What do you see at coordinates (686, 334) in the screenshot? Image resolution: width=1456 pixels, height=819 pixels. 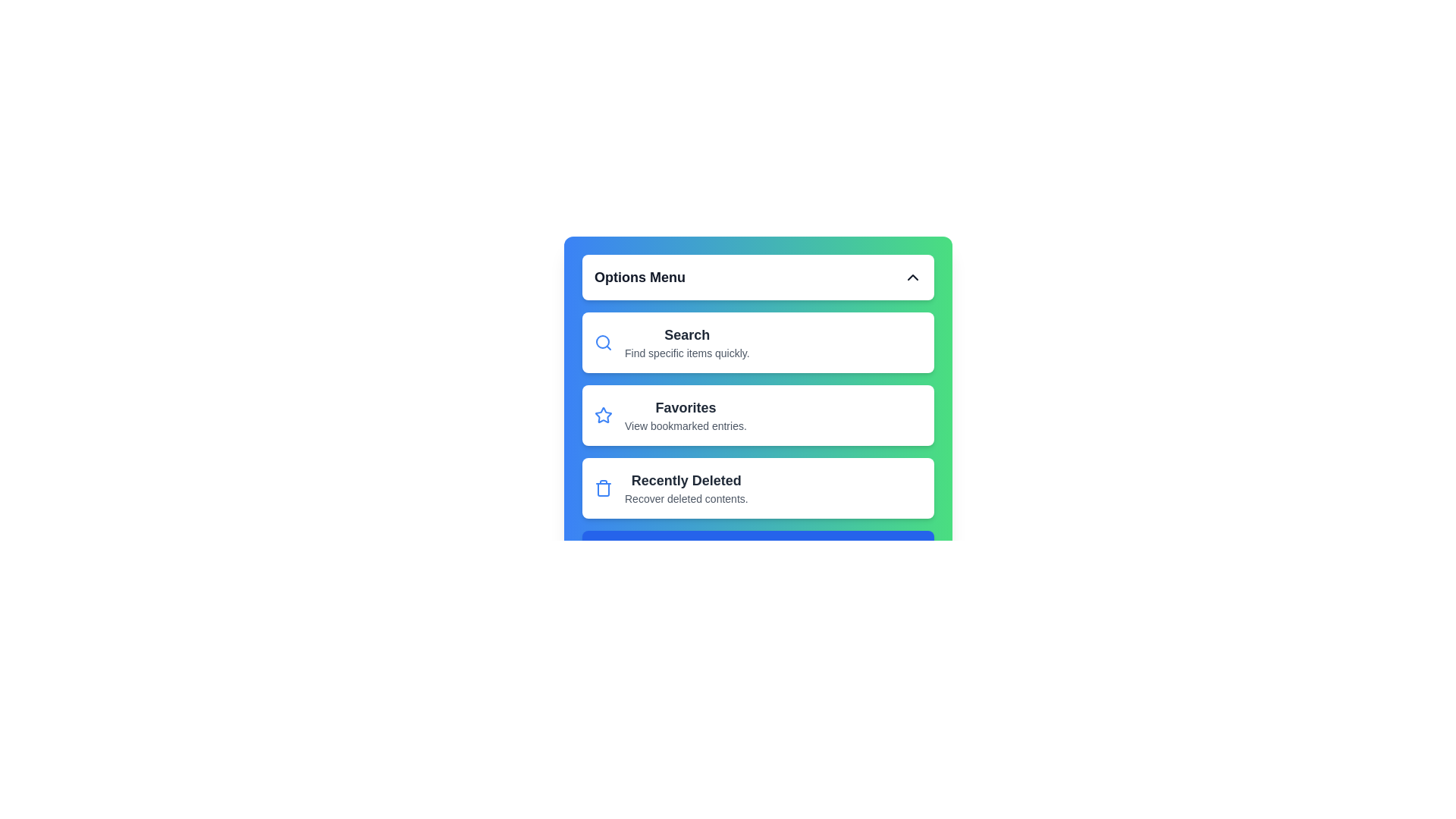 I see `the 'Search' clickable text label in the menu` at bounding box center [686, 334].